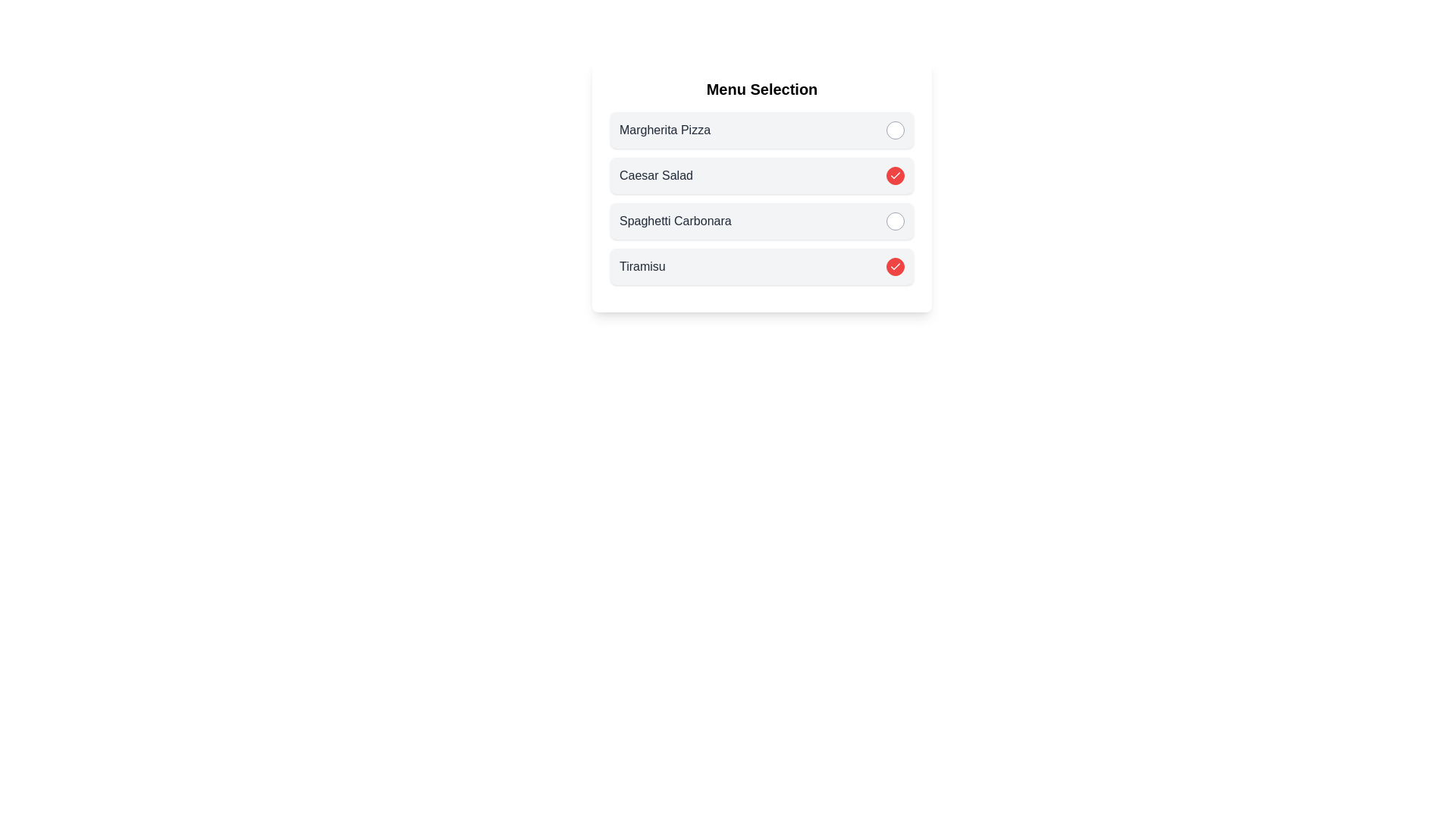 Image resolution: width=1456 pixels, height=819 pixels. What do you see at coordinates (895, 130) in the screenshot?
I see `the menu item corresponding to Margherita Pizza` at bounding box center [895, 130].